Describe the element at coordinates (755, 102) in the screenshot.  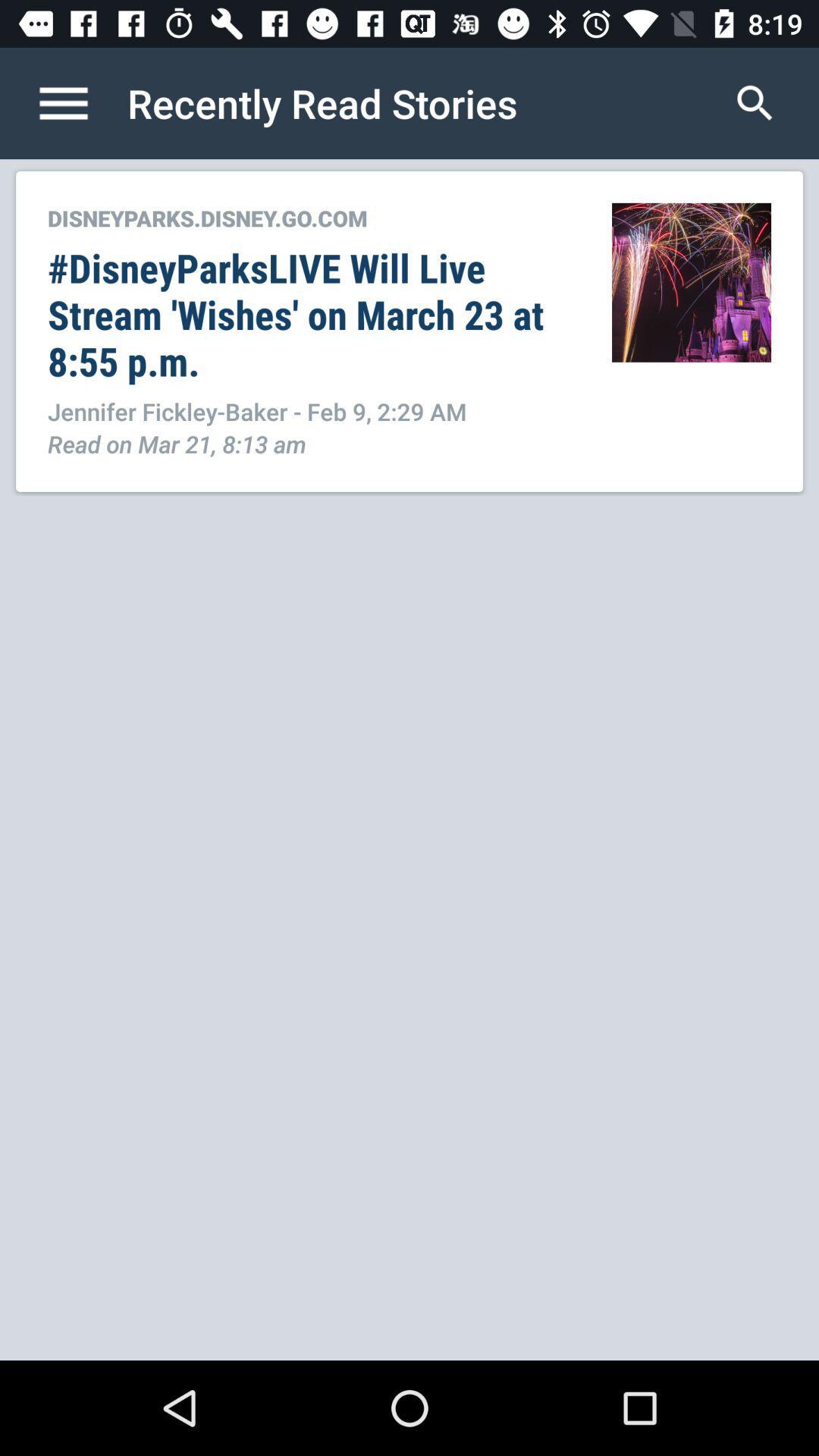
I see `the item next to recently read stories item` at that location.